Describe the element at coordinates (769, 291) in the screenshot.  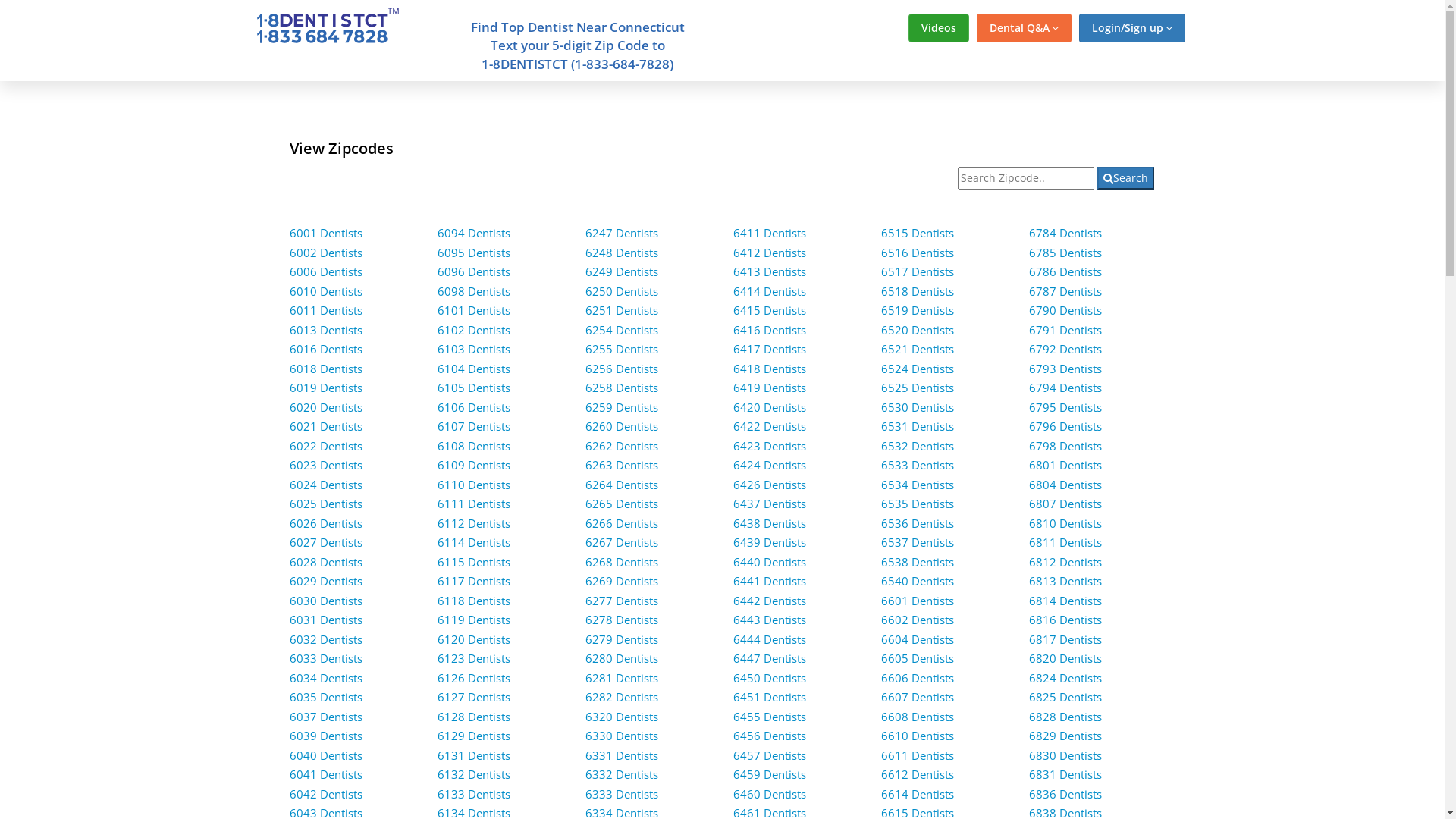
I see `'6414 Dentists'` at that location.